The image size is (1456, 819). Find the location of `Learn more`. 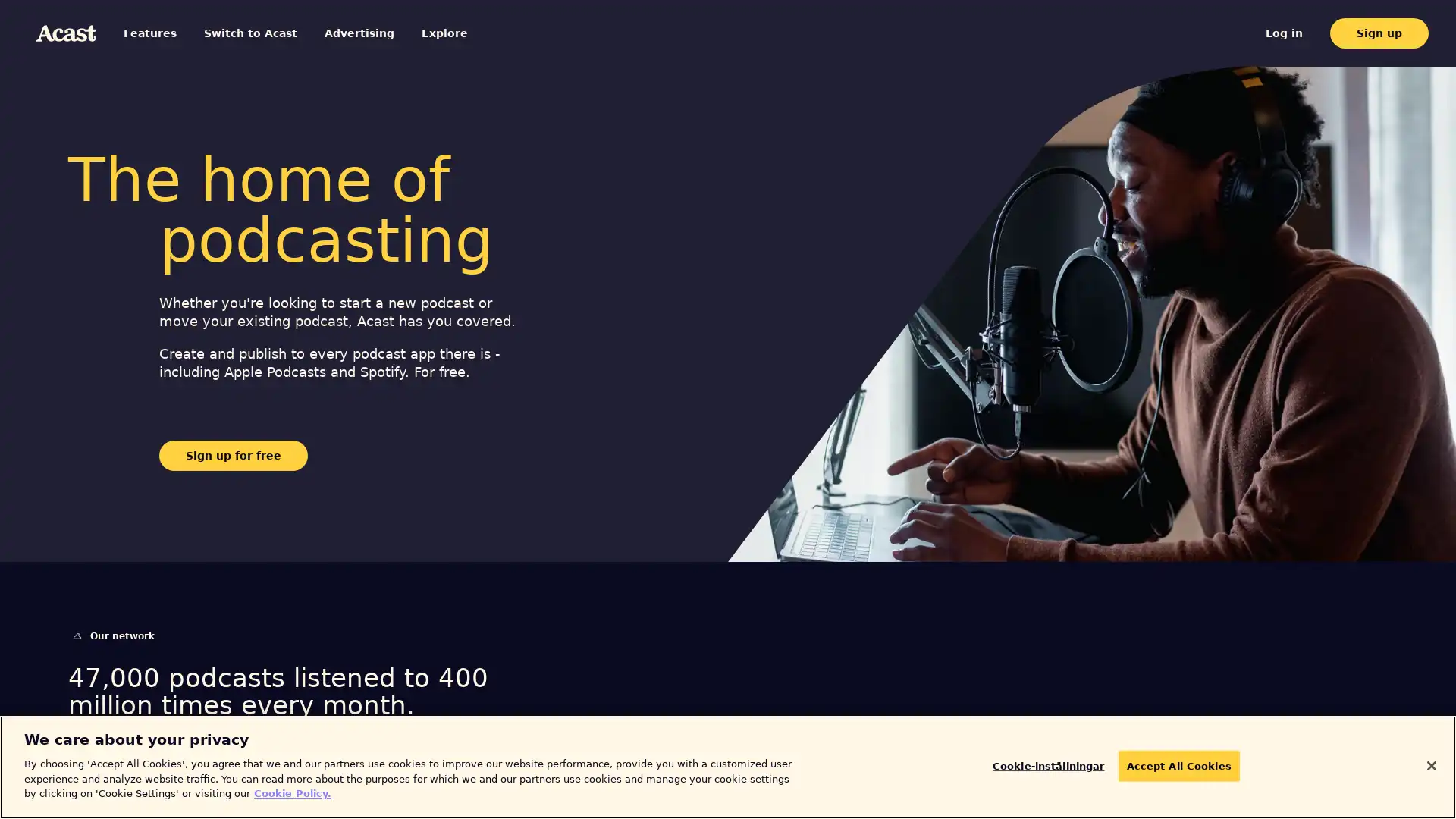

Learn more is located at coordinates (123, 780).